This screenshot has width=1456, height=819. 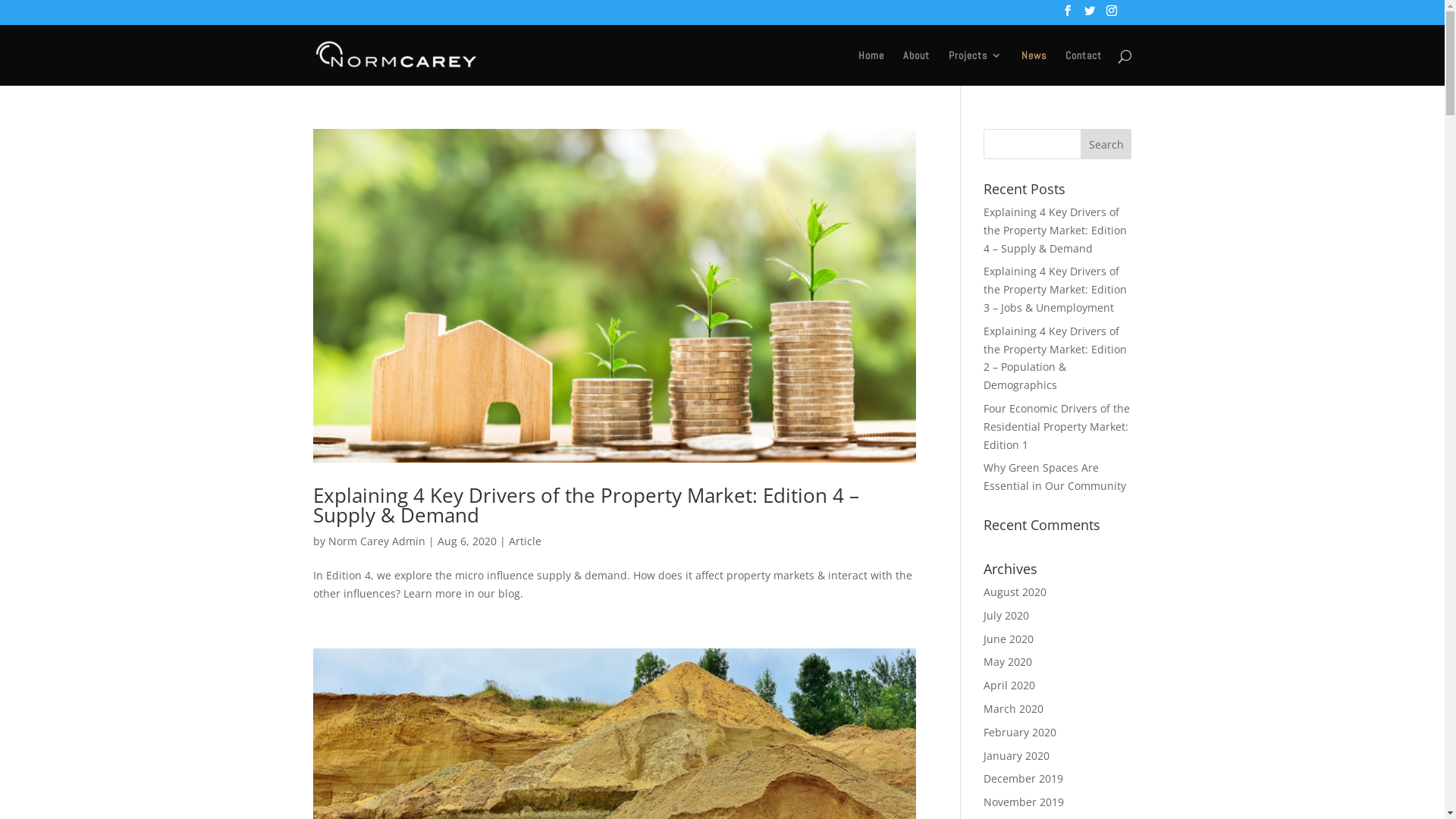 What do you see at coordinates (1032, 67) in the screenshot?
I see `'News'` at bounding box center [1032, 67].